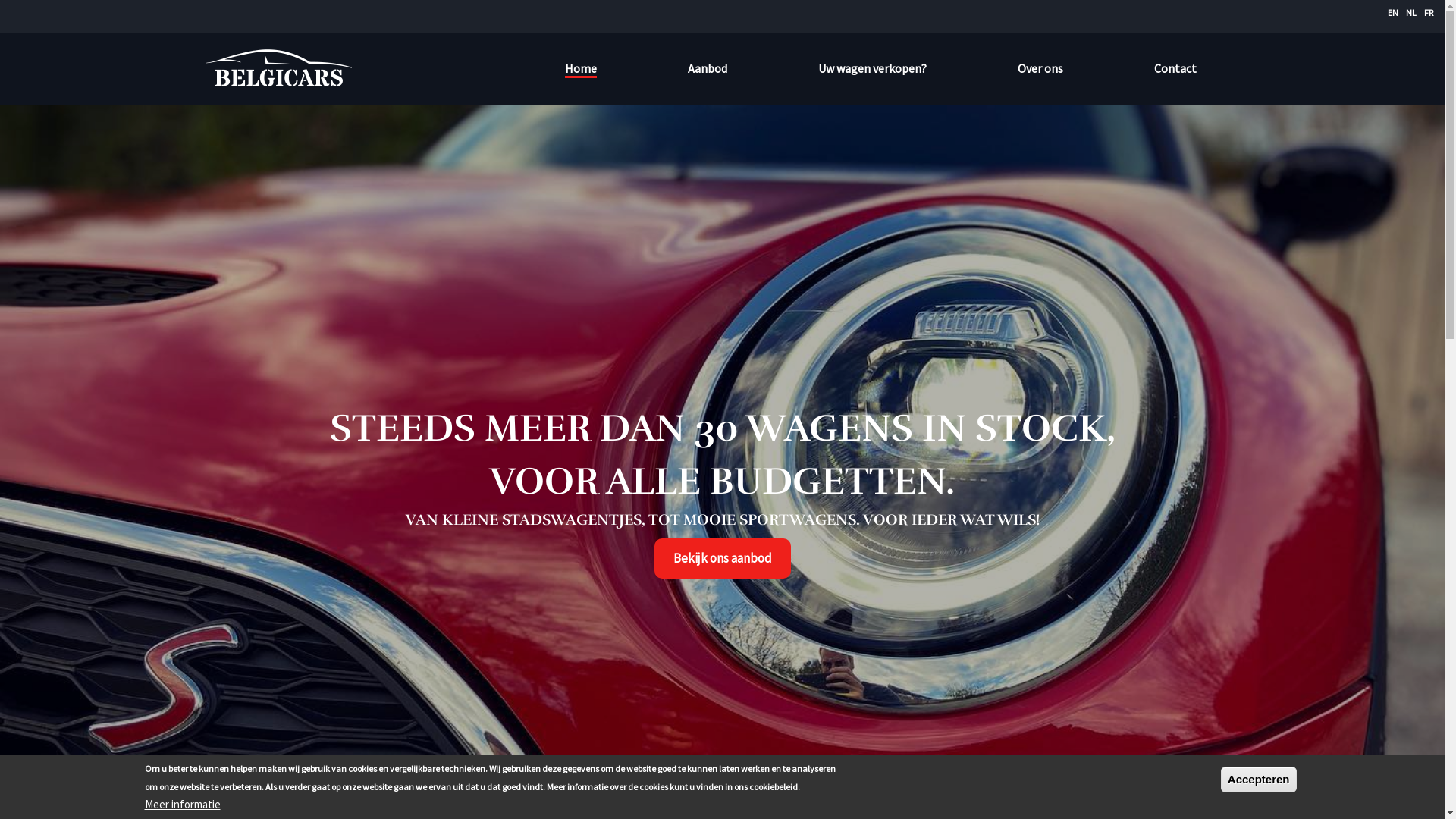 The image size is (1456, 819). What do you see at coordinates (202, 68) in the screenshot?
I see `'Home'` at bounding box center [202, 68].